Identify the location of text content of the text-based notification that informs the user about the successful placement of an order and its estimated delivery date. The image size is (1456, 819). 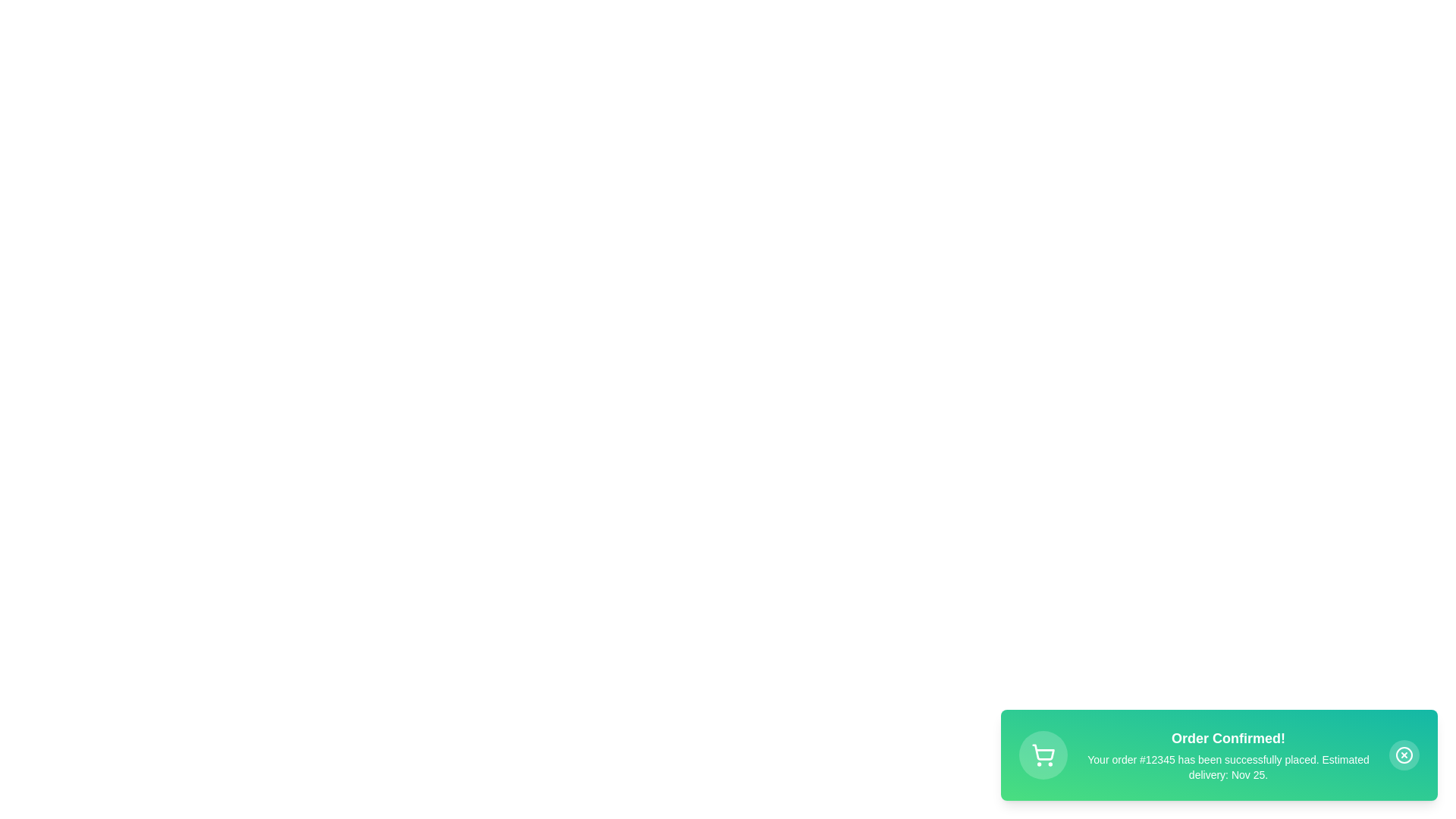
(1228, 755).